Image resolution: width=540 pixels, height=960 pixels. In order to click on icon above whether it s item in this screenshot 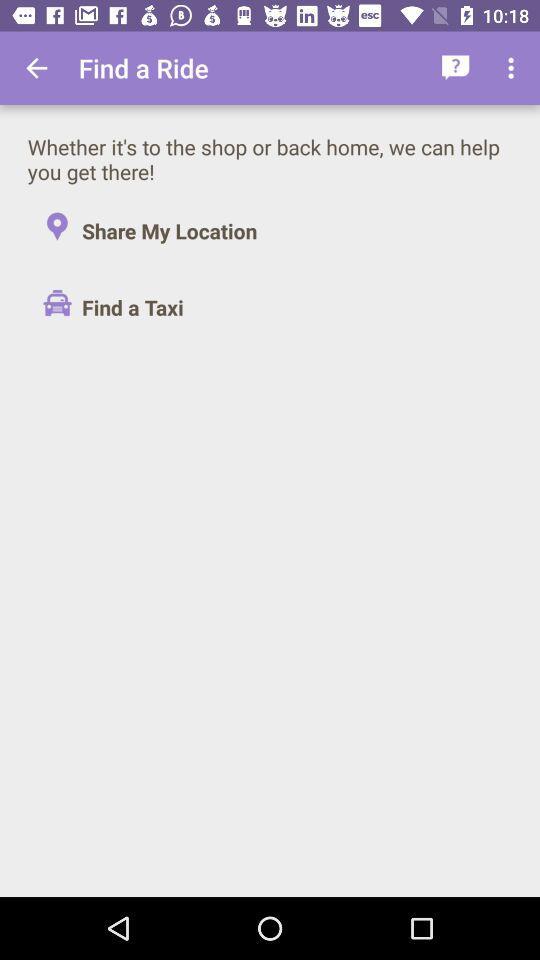, I will do `click(455, 68)`.